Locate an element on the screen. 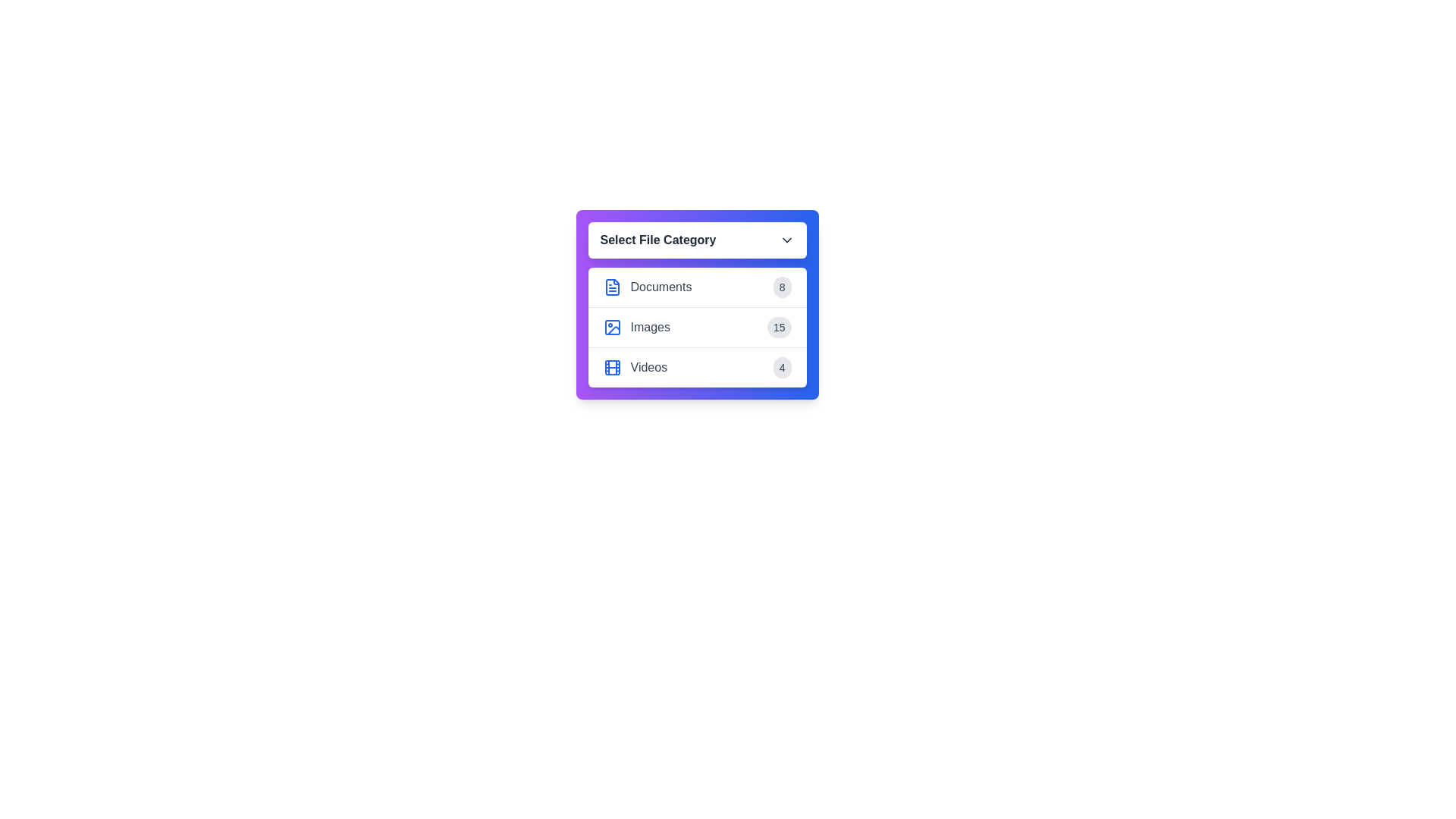  the 'Select File Category' dropdown button is located at coordinates (696, 239).